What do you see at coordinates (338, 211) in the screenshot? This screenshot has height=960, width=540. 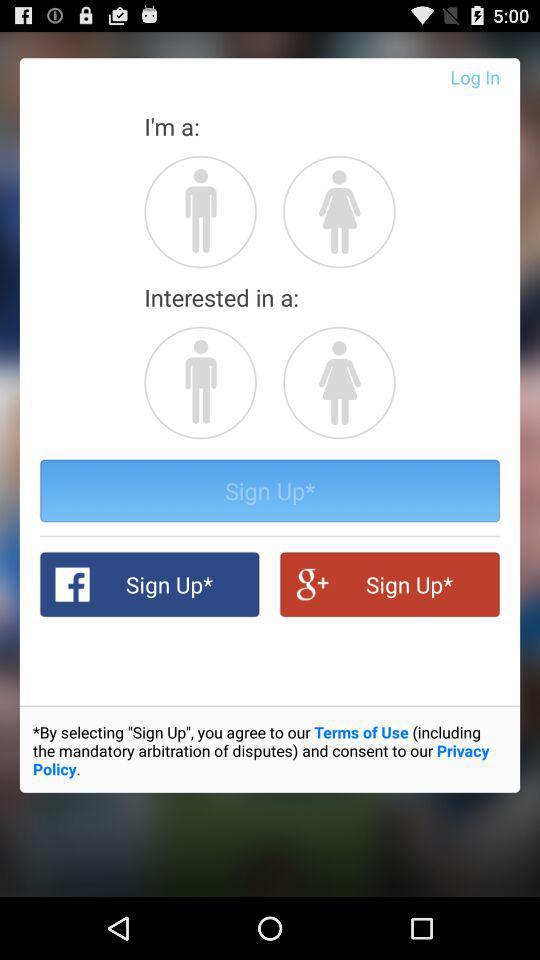 I see `last icon below im a` at bounding box center [338, 211].